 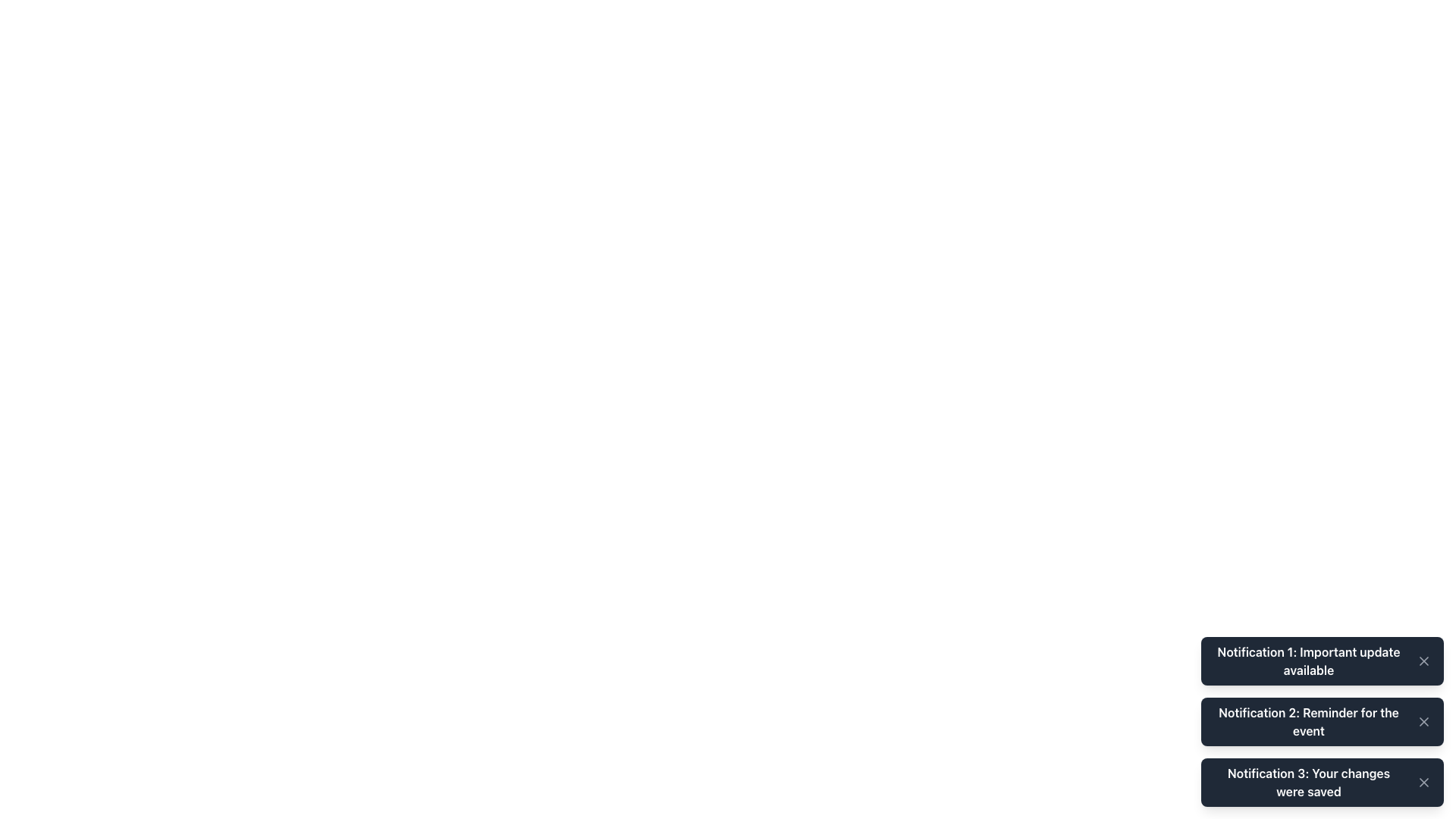 I want to click on the small cross icon within the circular shape that serves as the close icon for the third notification labeled 'Notification 3: Your changes were saved.', so click(x=1423, y=783).